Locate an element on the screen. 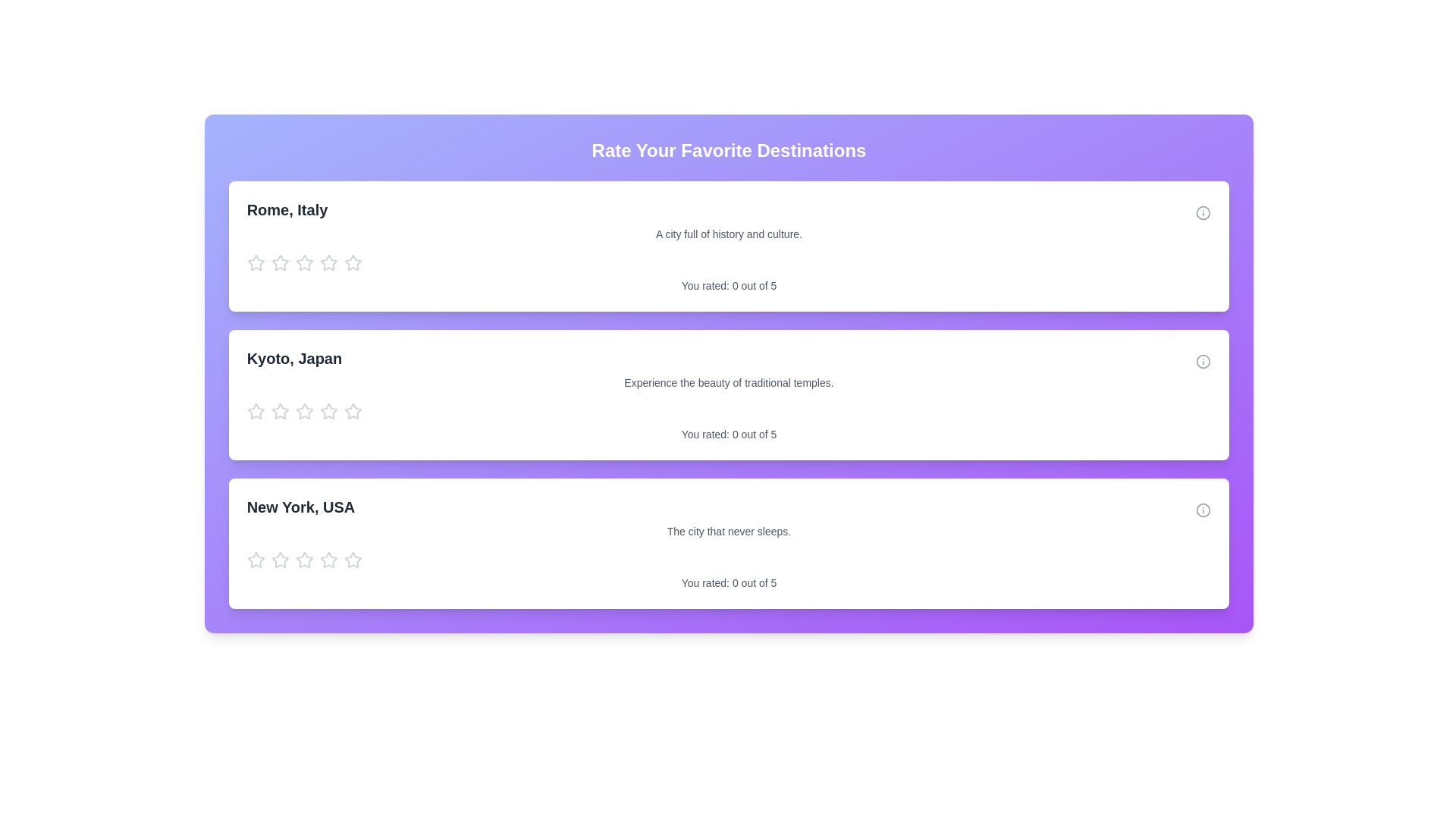  the leftmost star icon used for rating directly below the 'Rome, Italy' title is located at coordinates (256, 262).